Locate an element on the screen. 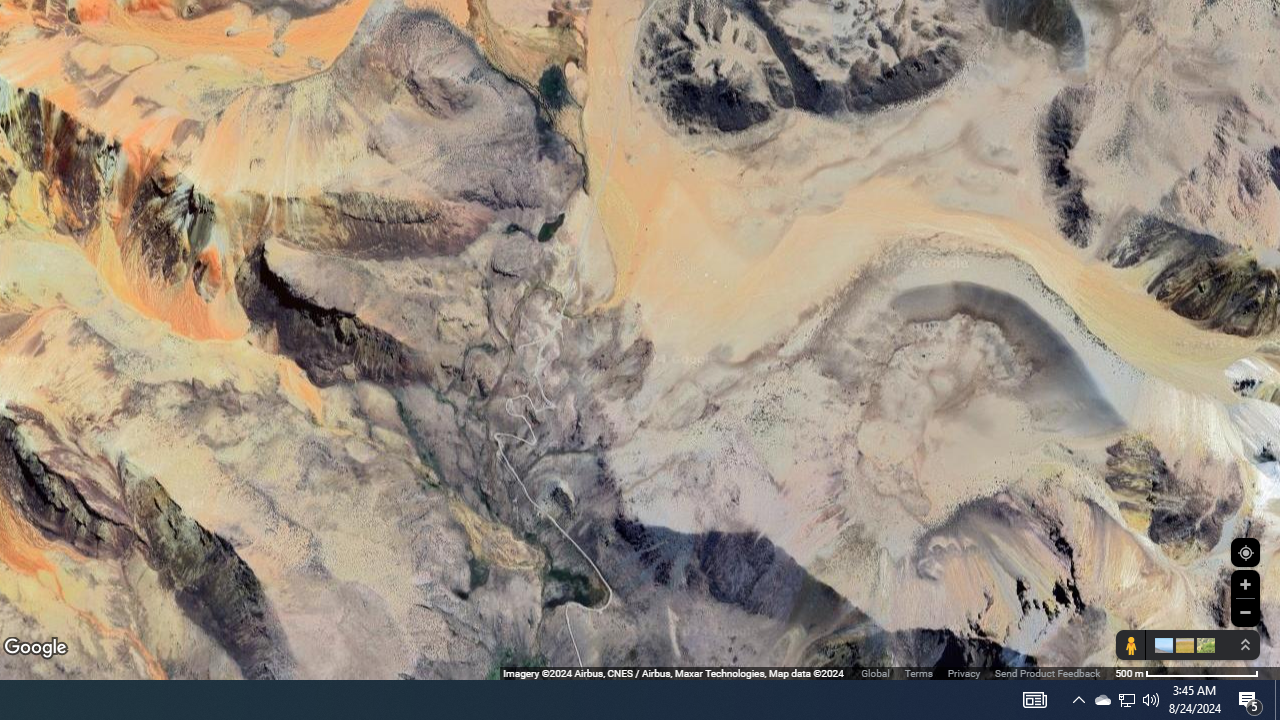 This screenshot has width=1280, height=720. 'Zoom out' is located at coordinates (1244, 611).